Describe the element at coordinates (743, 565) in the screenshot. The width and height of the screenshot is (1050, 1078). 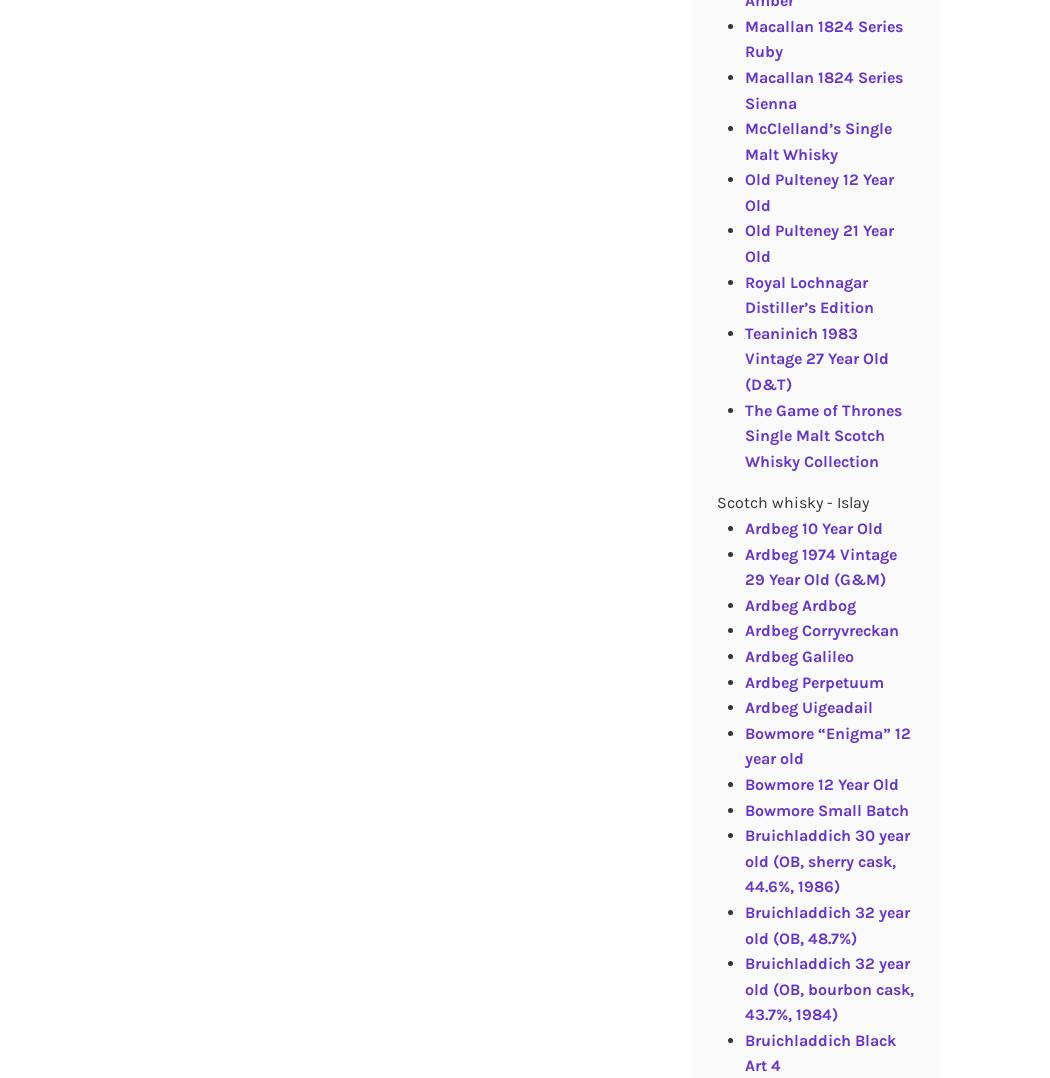
I see `'Ardbeg 1974 Vintage 29 Year Old (G&M)'` at that location.